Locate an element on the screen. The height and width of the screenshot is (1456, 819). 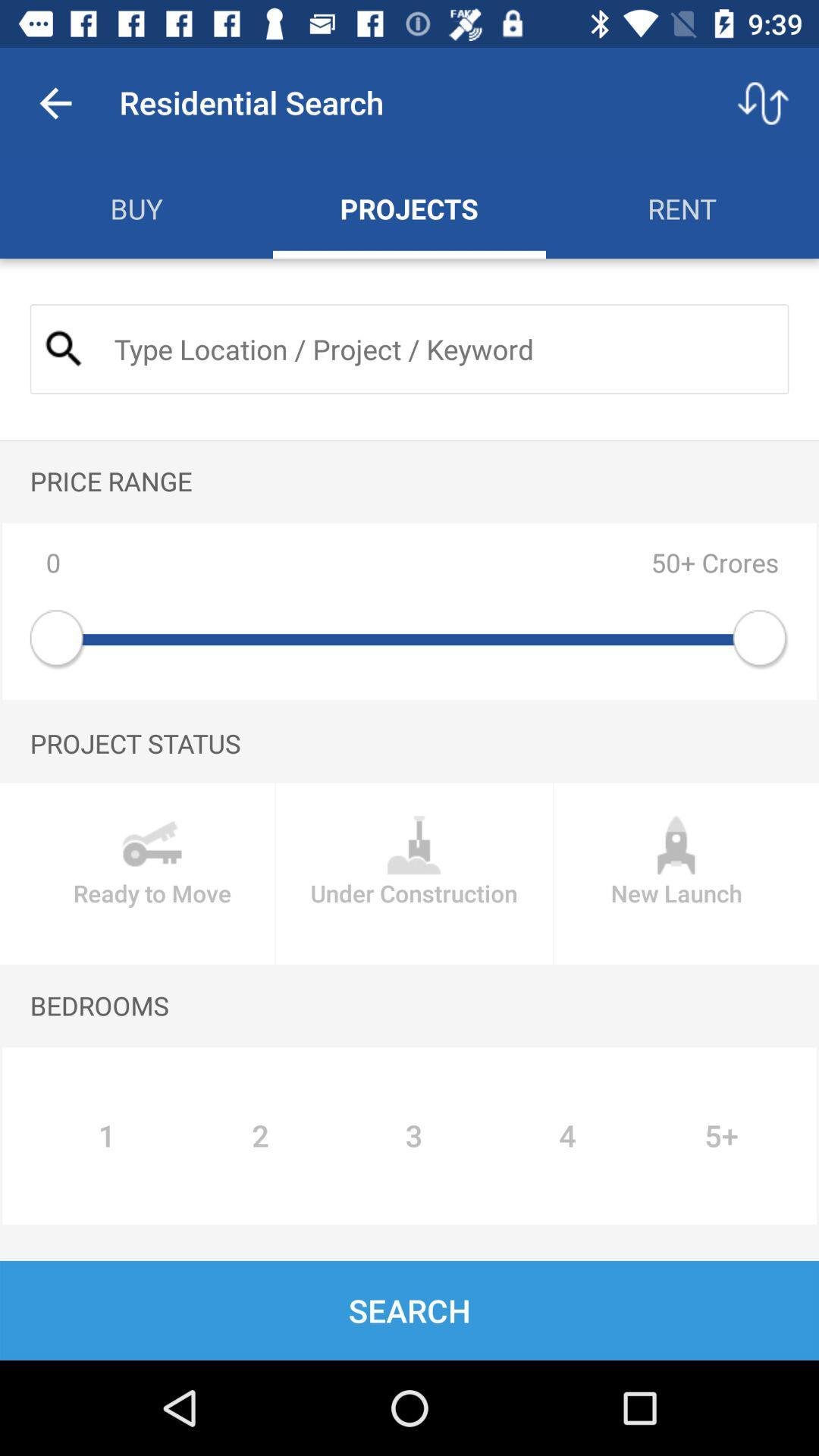
the right side of search icon is located at coordinates (438, 348).